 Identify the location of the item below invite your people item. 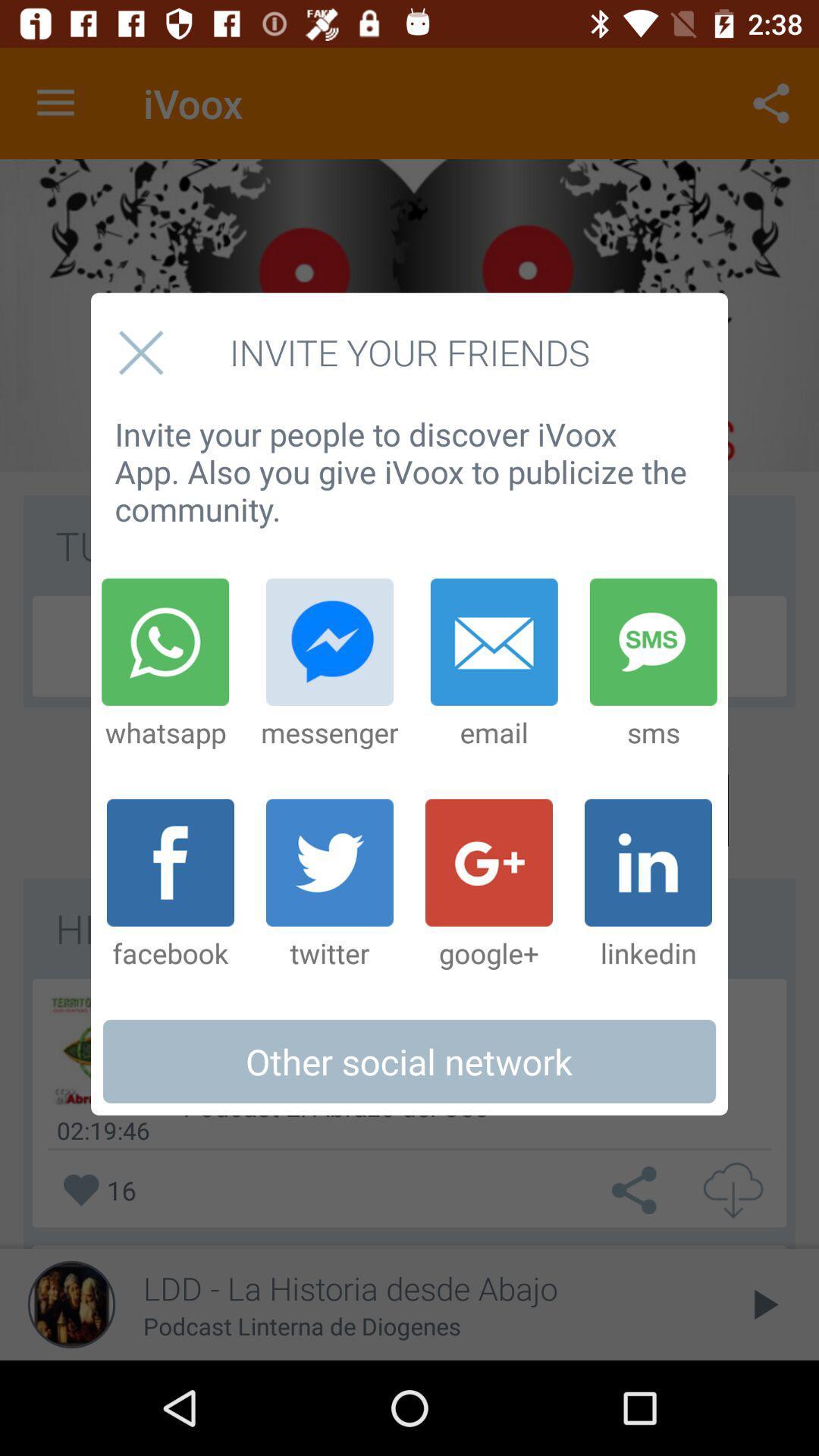
(165, 664).